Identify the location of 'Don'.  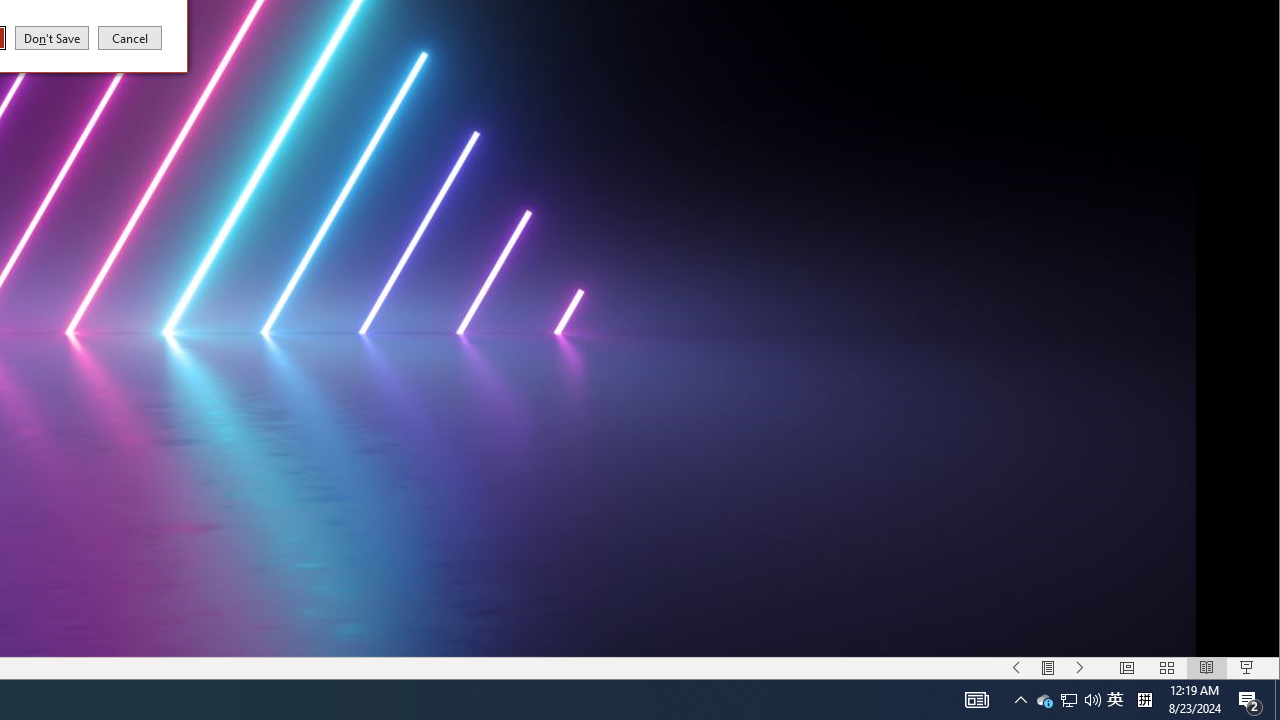
(52, 37).